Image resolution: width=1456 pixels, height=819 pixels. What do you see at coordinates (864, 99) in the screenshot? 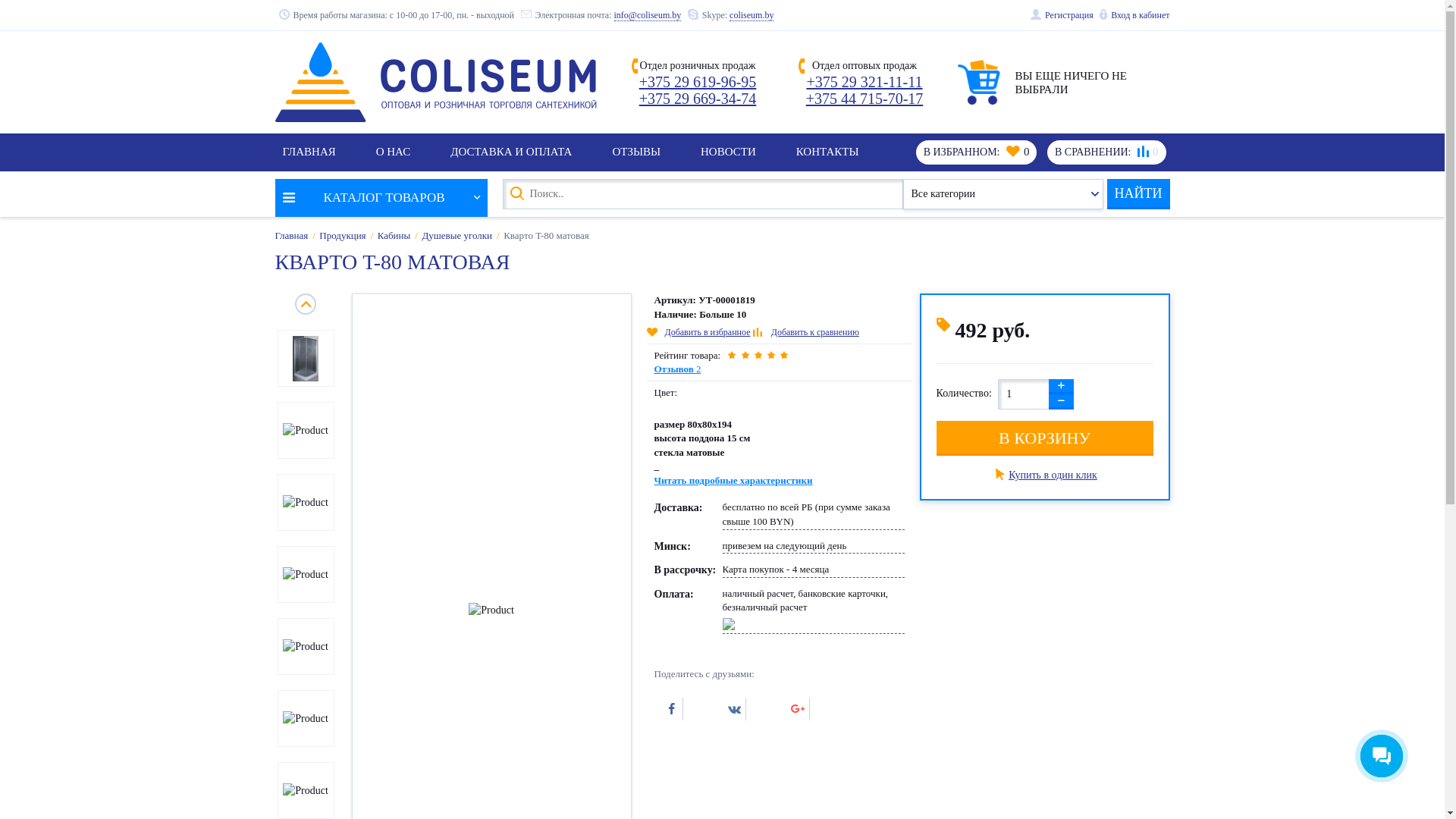
I see `'+375 44 715-70-17'` at bounding box center [864, 99].